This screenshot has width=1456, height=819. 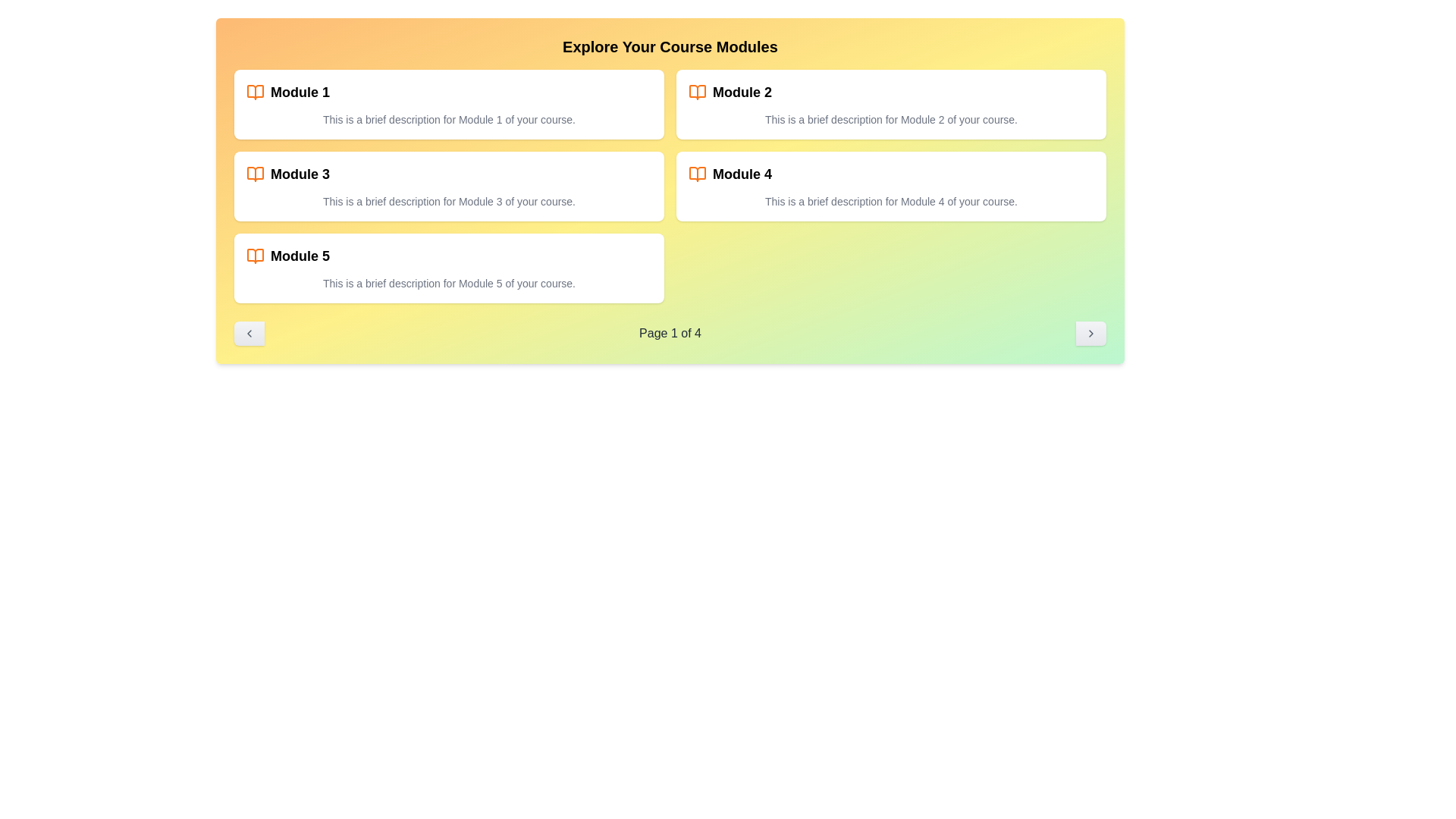 I want to click on text content of the bold header that displays 'Explore Your Course Modules', prominently positioned at the top of the interface with a yellow gradient background, so click(x=669, y=45).